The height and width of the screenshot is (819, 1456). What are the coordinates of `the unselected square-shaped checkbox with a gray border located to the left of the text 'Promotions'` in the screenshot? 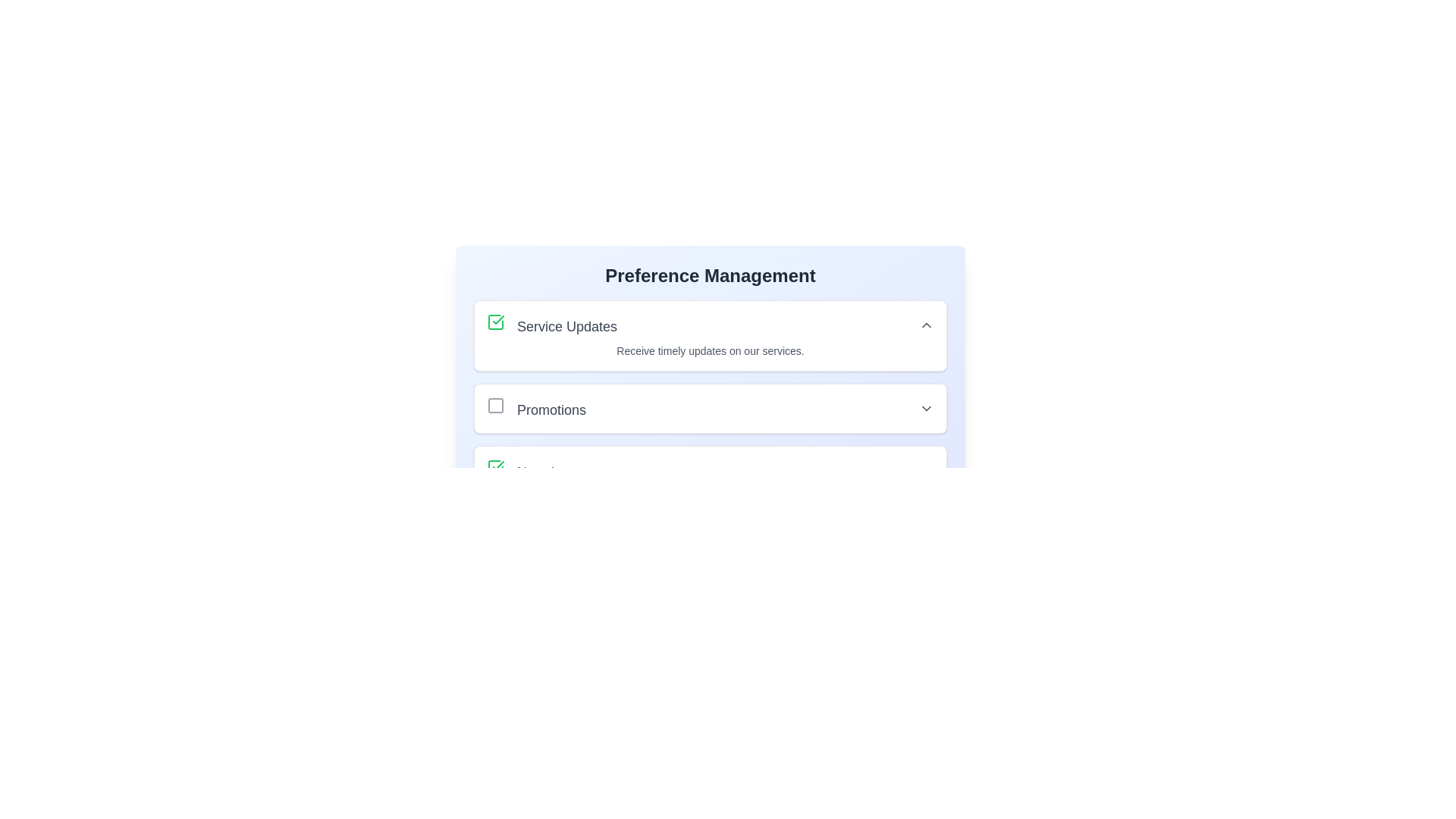 It's located at (495, 405).